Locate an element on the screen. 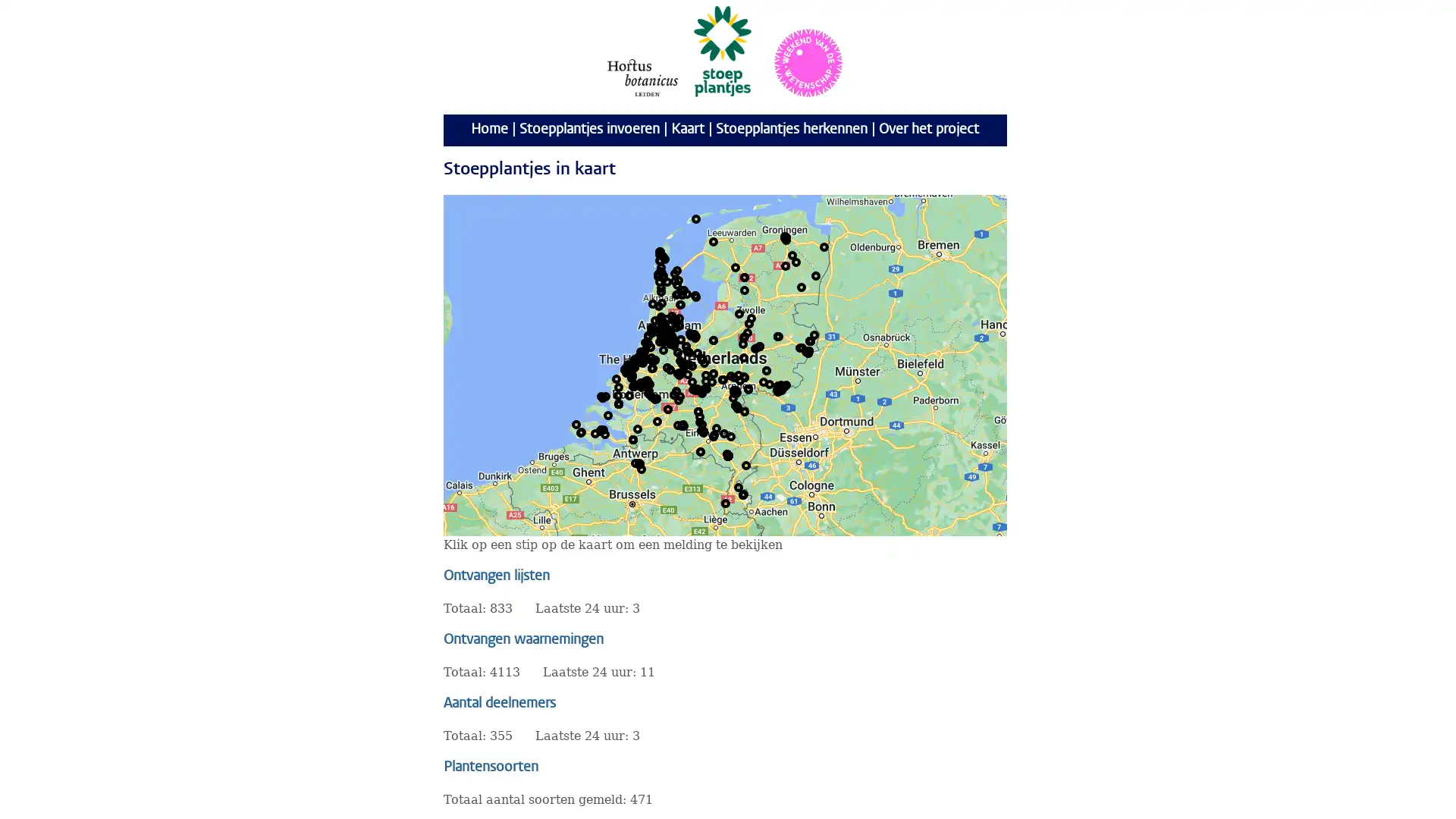 The width and height of the screenshot is (1456, 819). Telling van op 19 november 2021 is located at coordinates (690, 334).